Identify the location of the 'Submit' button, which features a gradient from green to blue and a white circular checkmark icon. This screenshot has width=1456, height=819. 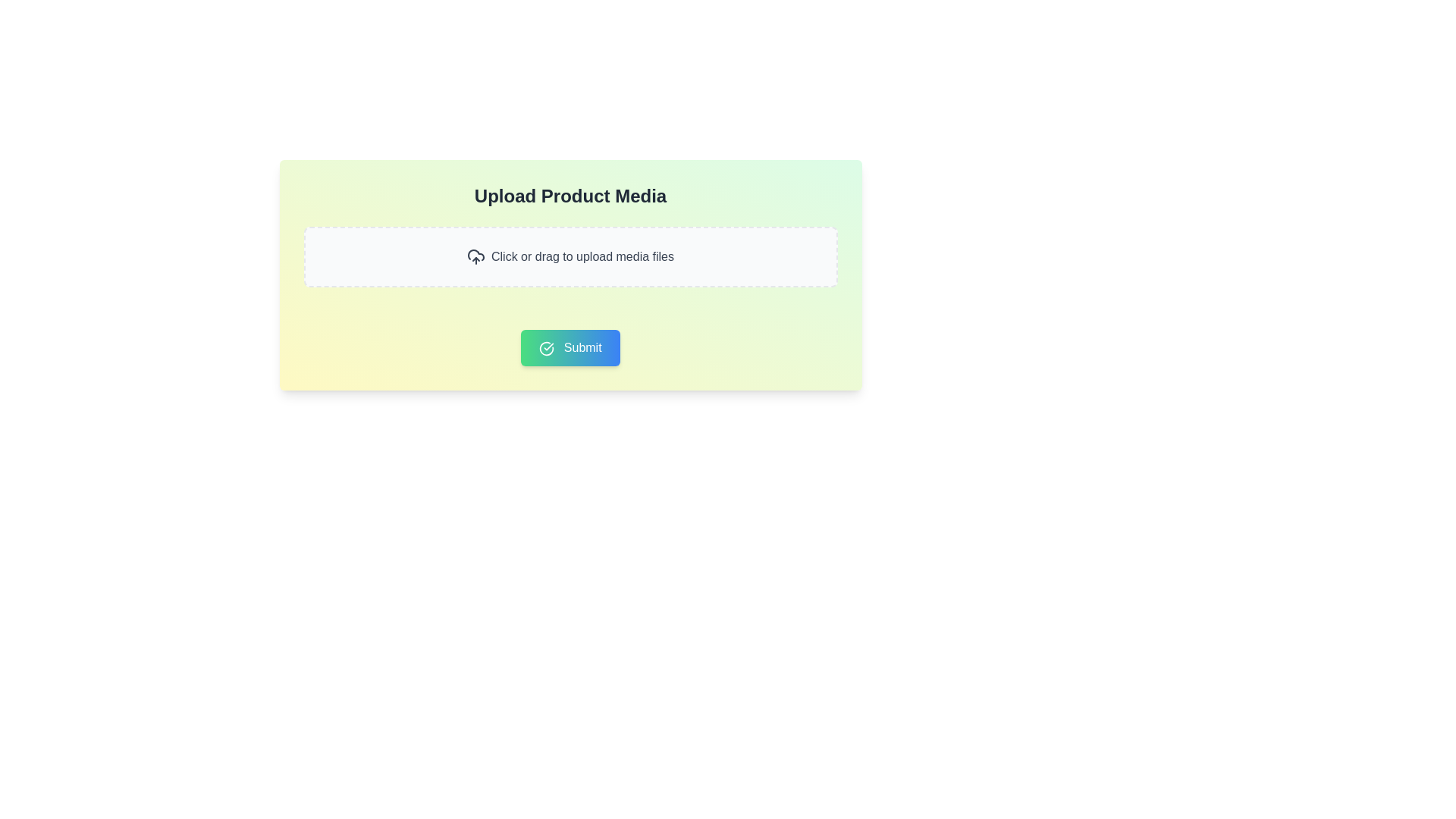
(570, 348).